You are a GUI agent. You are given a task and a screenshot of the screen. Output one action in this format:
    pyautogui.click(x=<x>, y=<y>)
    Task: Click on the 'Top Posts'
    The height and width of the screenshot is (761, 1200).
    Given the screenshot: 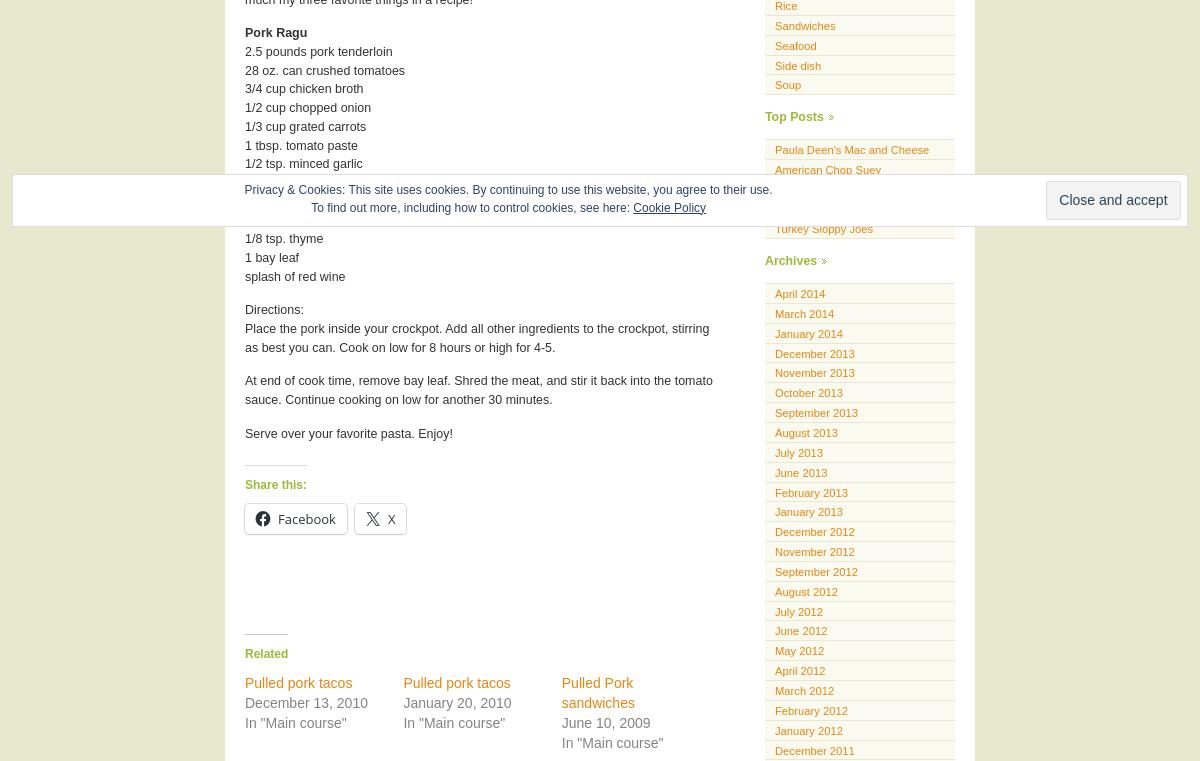 What is the action you would take?
    pyautogui.click(x=764, y=115)
    